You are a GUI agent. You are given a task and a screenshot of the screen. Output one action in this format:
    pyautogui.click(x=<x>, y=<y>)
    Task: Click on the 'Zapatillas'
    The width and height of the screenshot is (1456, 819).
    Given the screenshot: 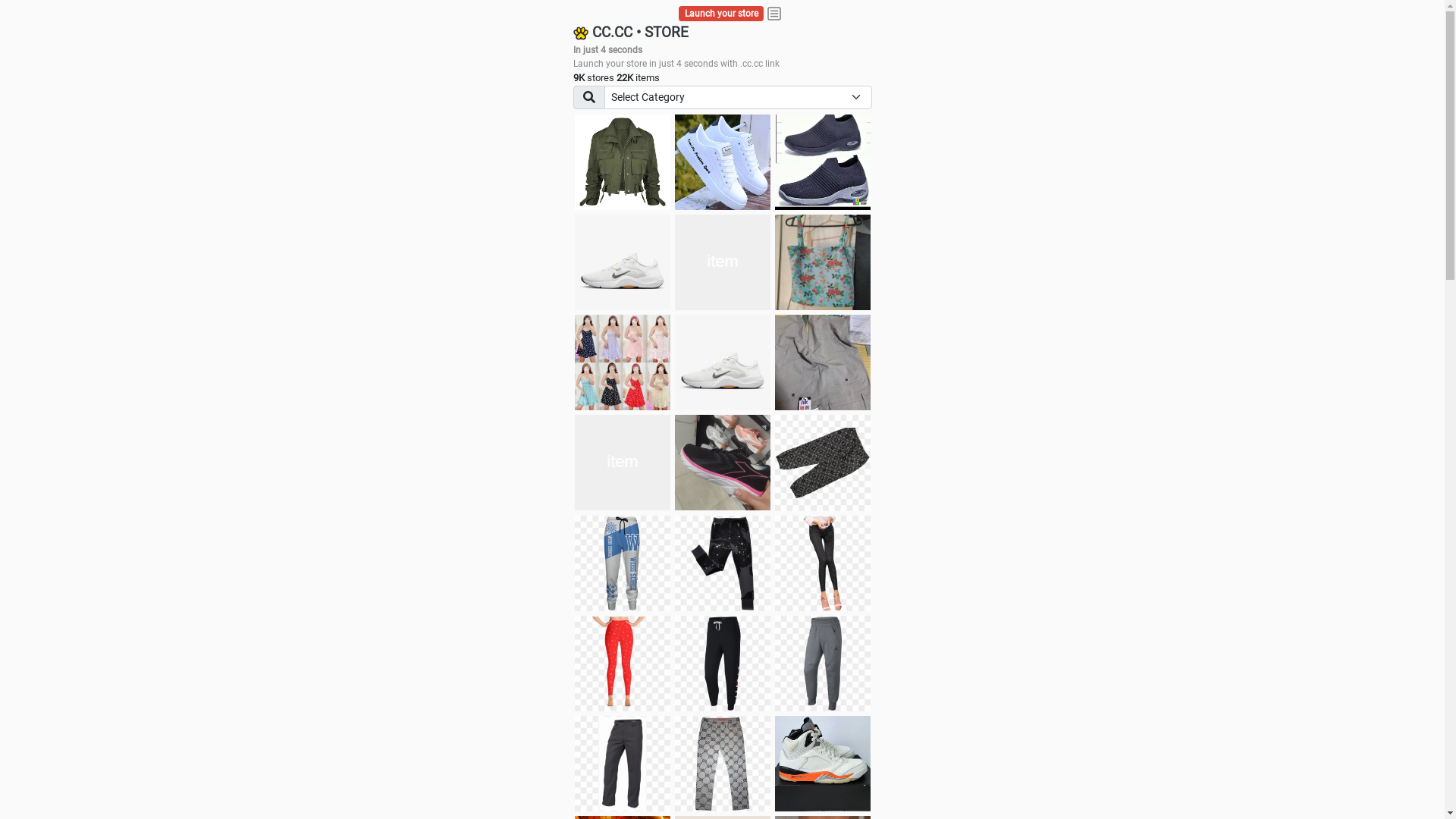 What is the action you would take?
    pyautogui.click(x=722, y=461)
    